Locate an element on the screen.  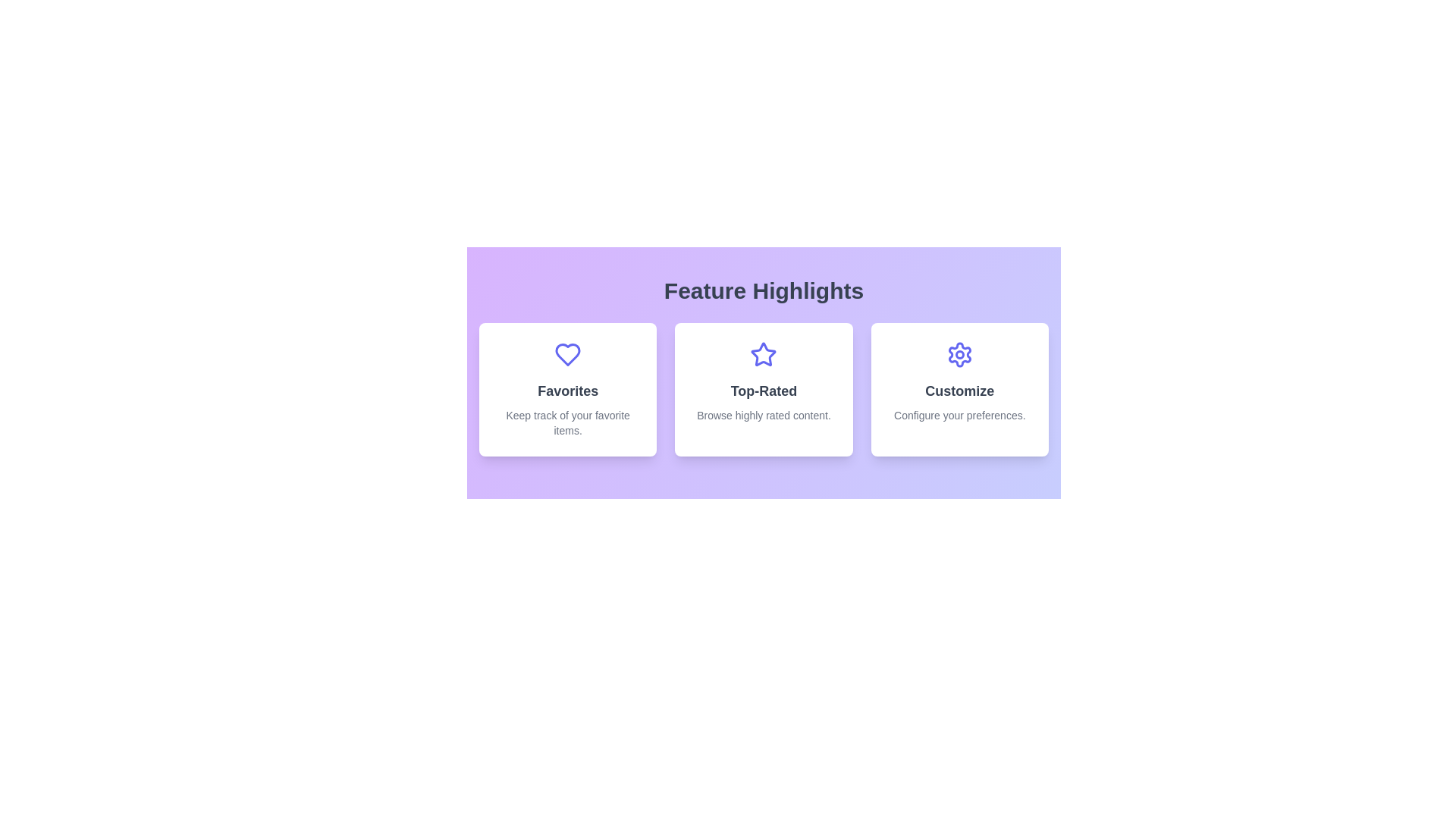
the cogwheel icon rendered in a purple hue, located at the rightmost position of the 'Customize' card is located at coordinates (959, 354).